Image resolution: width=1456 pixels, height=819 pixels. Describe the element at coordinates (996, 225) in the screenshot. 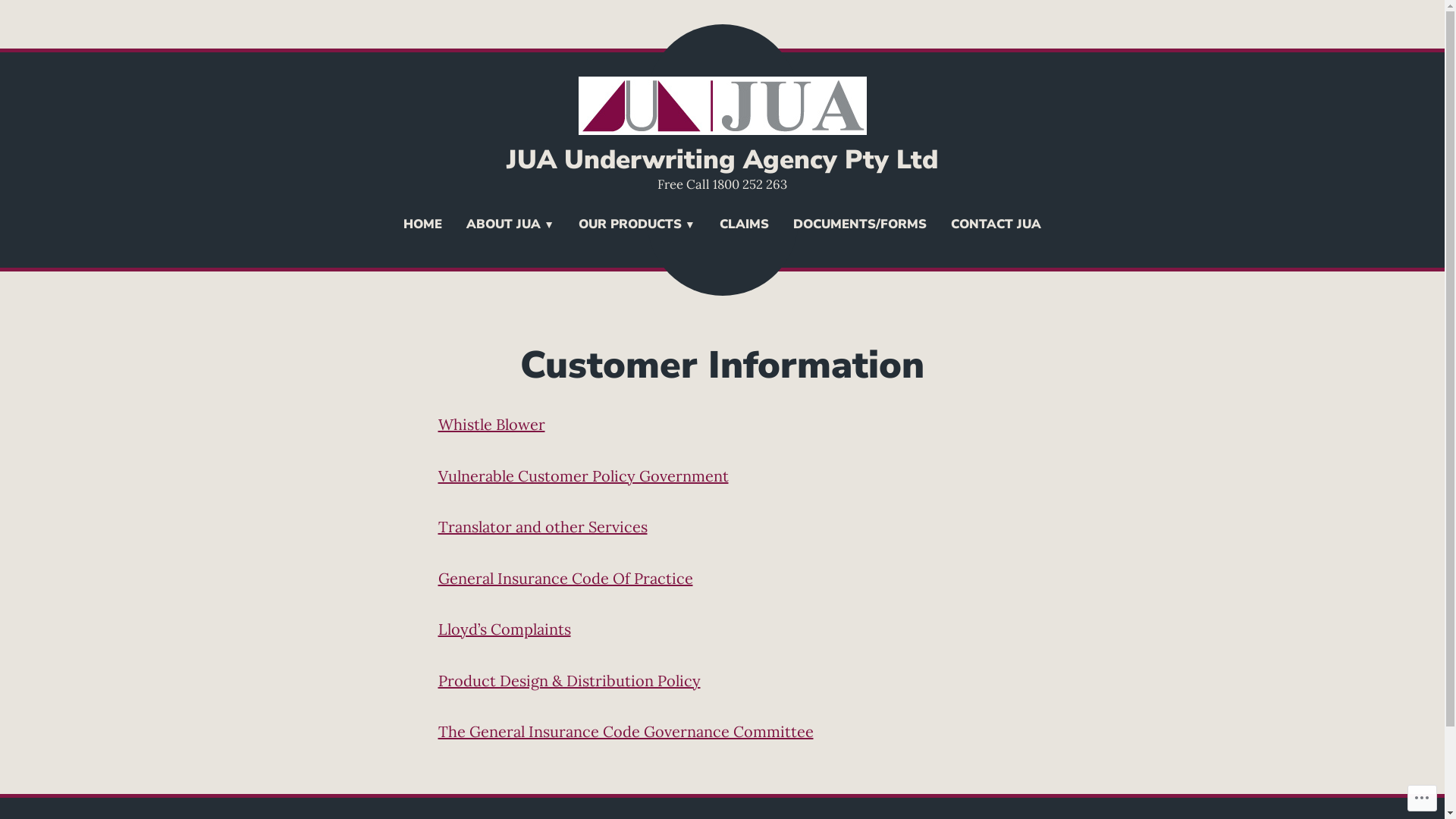

I see `'CONTACT JUA'` at that location.